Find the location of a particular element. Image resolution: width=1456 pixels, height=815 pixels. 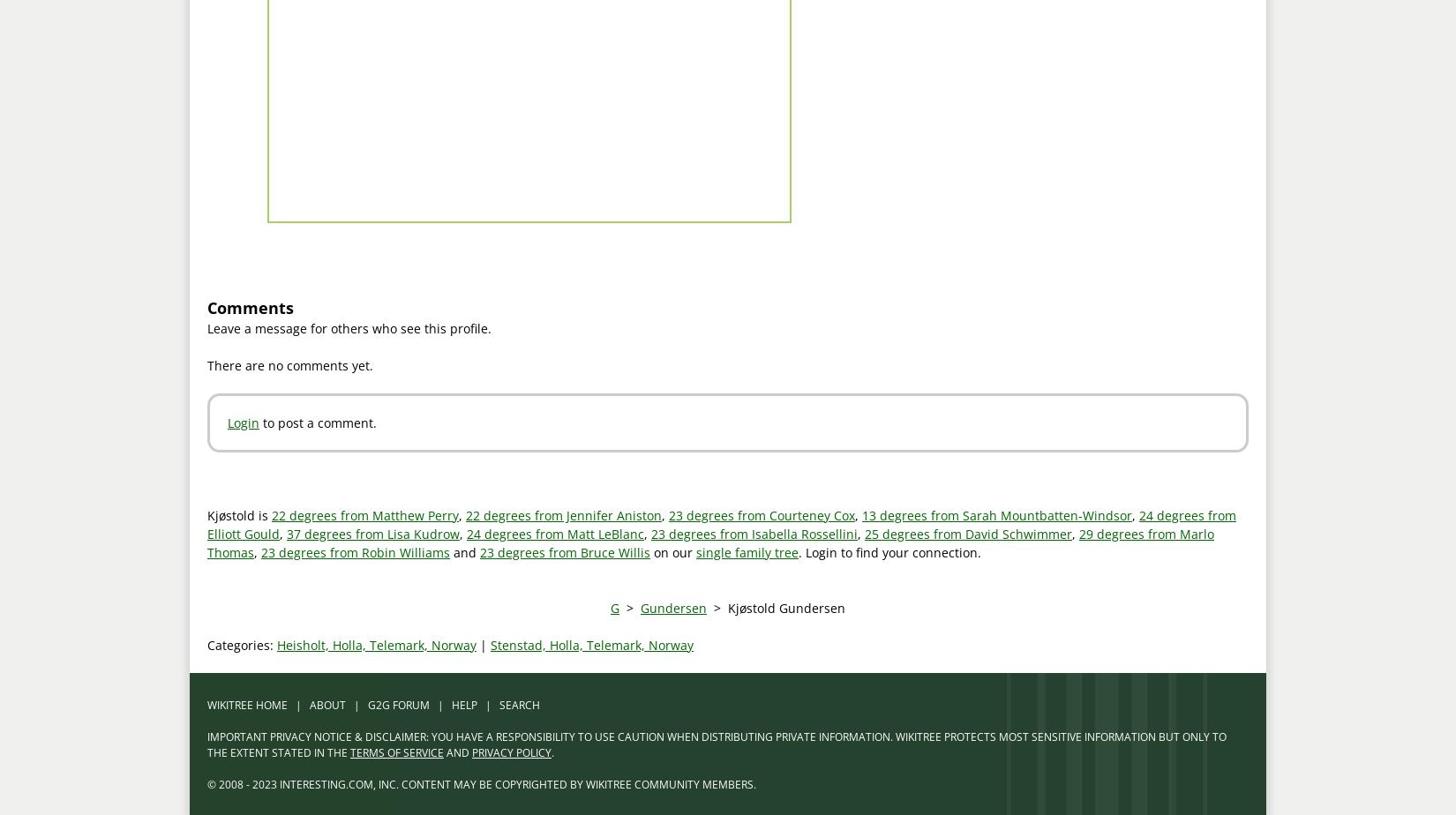

'Categories:' is located at coordinates (206, 644).